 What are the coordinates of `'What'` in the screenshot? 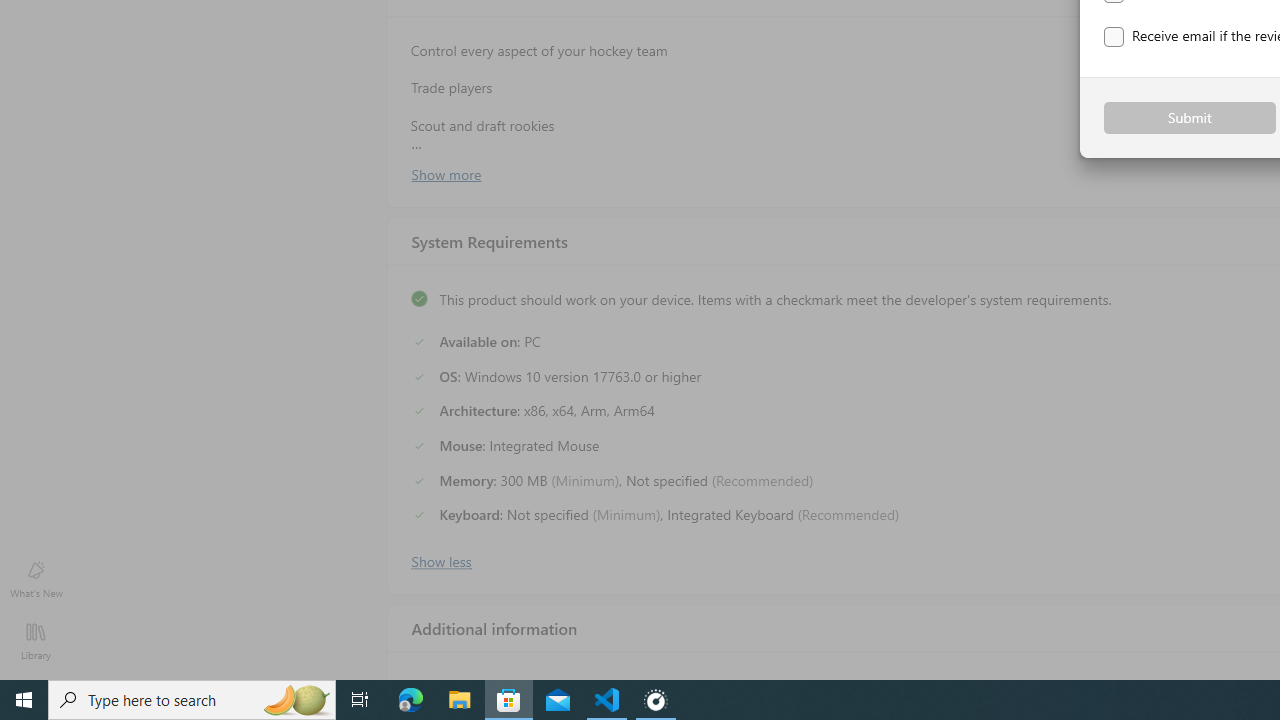 It's located at (35, 578).